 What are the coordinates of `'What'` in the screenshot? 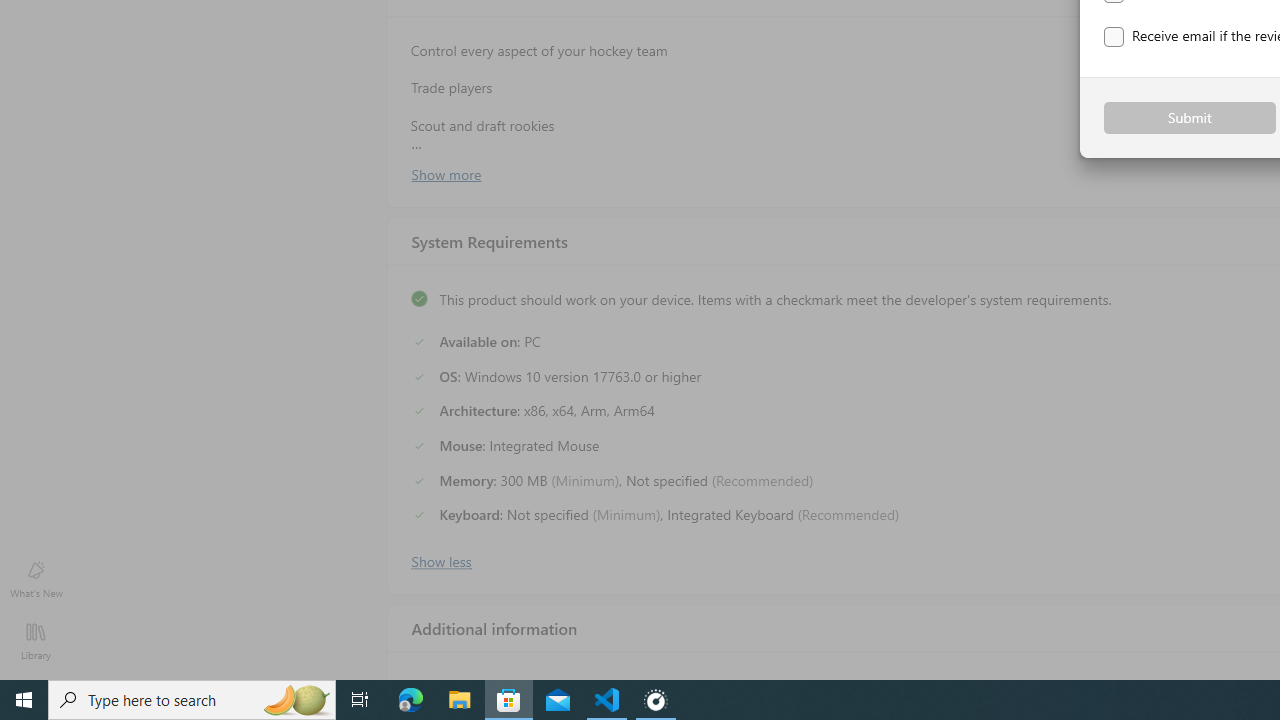 It's located at (35, 578).